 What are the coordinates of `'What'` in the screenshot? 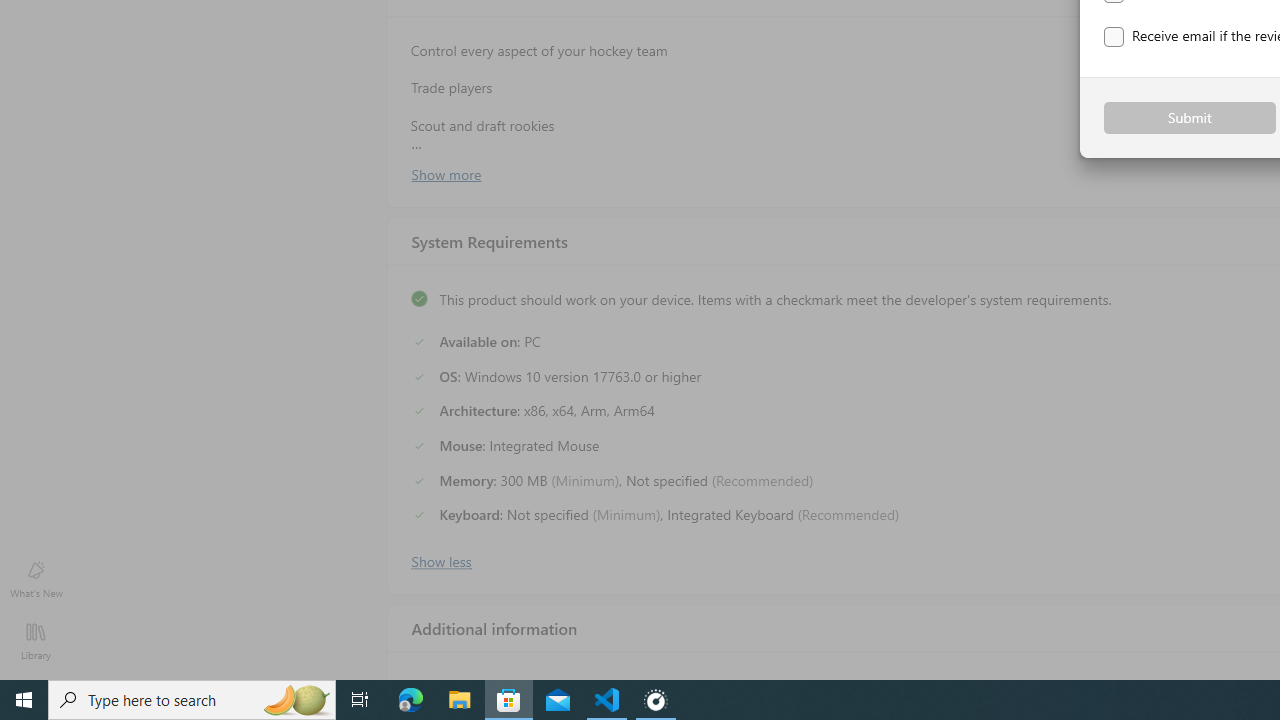 It's located at (35, 578).